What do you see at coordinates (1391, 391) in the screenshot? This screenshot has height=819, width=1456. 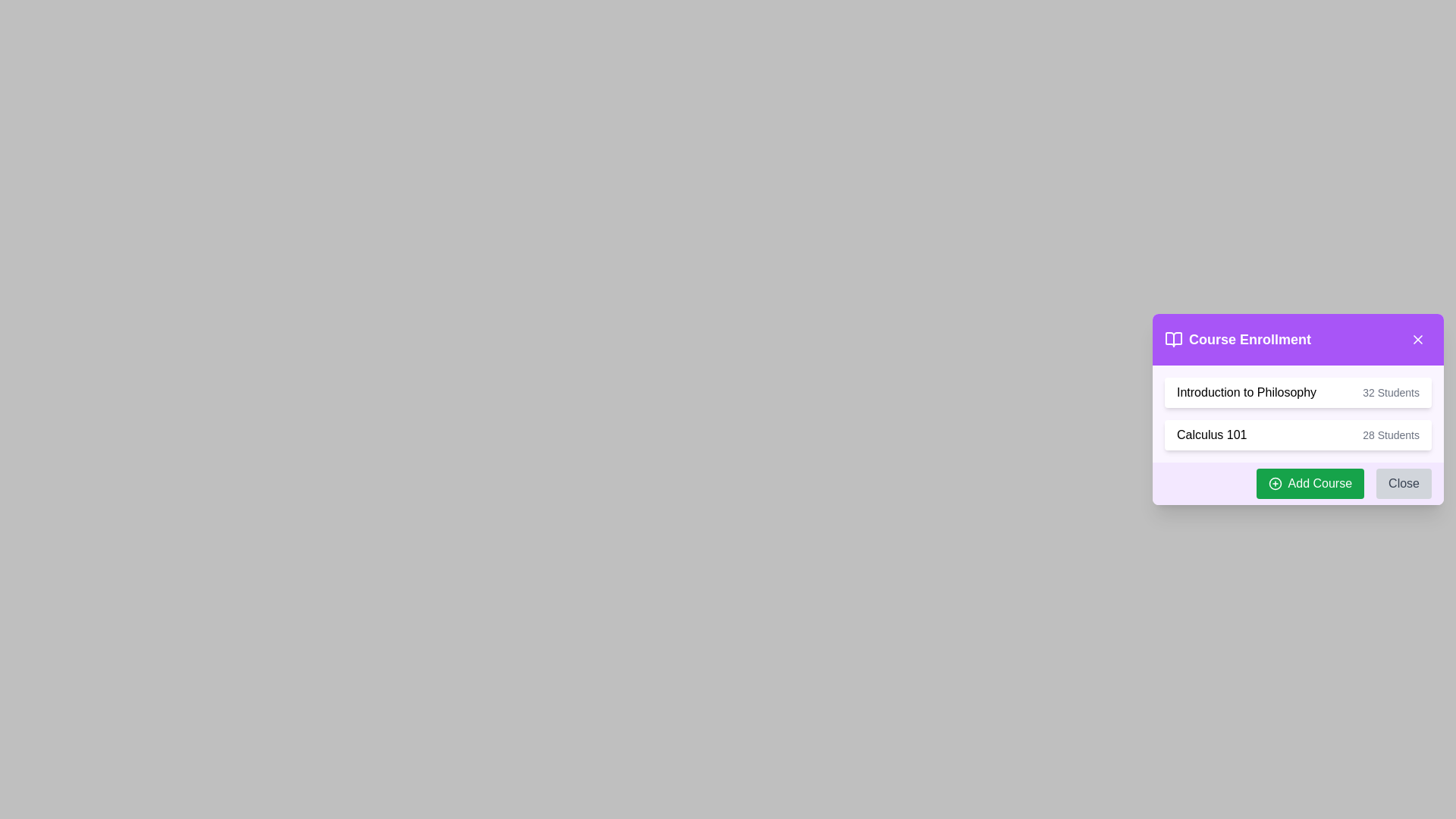 I see `the text display element showing '32 Students' located to the right of 'Introduction to Philosophy' in the Course Enrollment interface` at bounding box center [1391, 391].